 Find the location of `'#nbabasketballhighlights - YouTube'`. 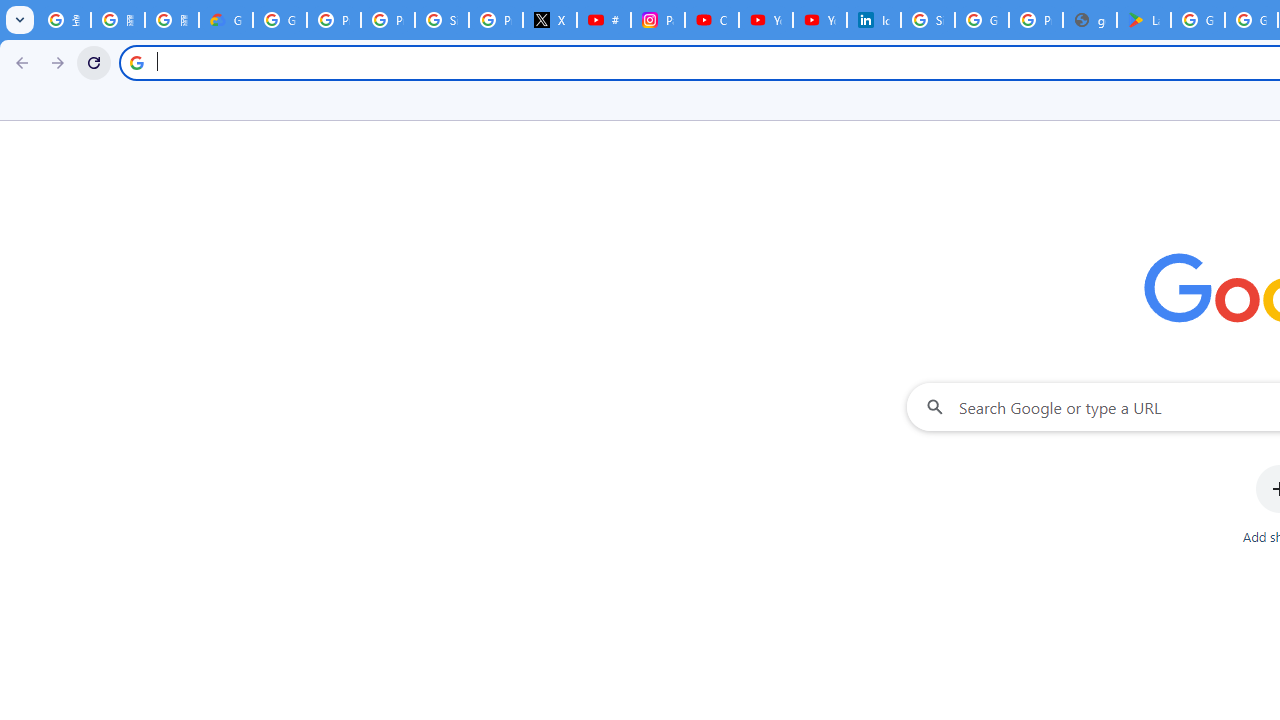

'#nbabasketballhighlights - YouTube' is located at coordinates (603, 20).